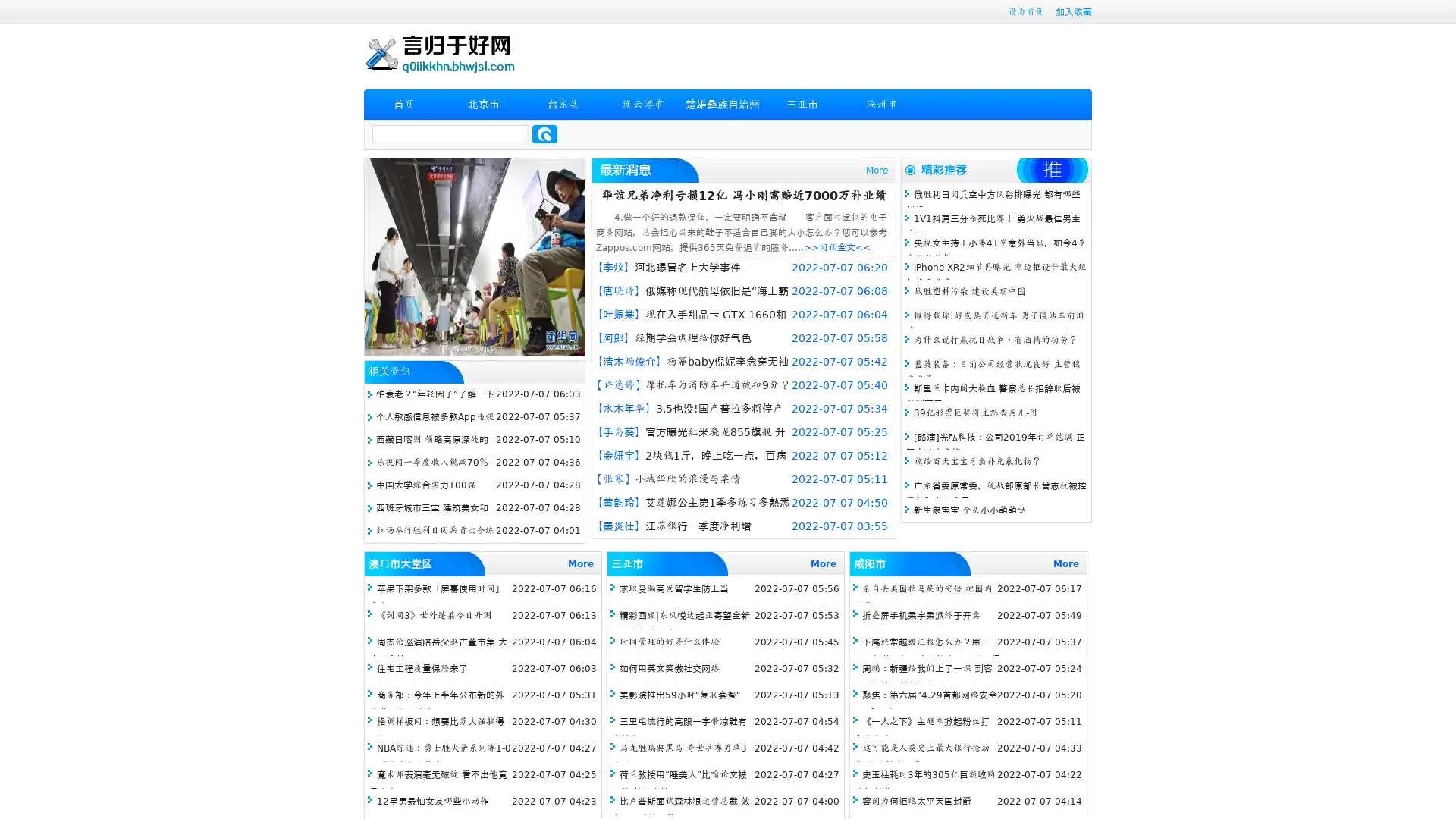 The width and height of the screenshot is (1456, 819). Describe the element at coordinates (544, 133) in the screenshot. I see `Search` at that location.